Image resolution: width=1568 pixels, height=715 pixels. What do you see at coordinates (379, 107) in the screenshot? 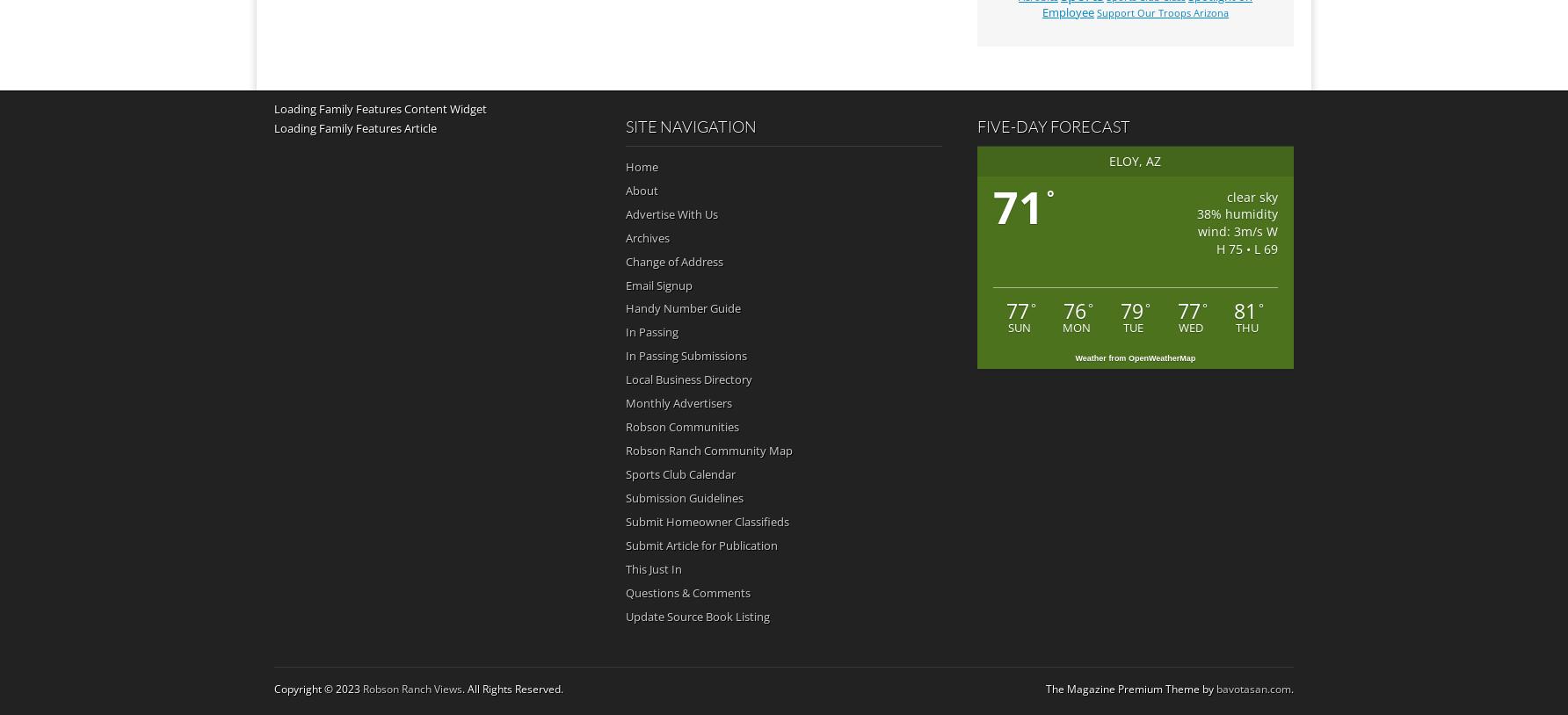
I see `'Loading Family Features Content Widget'` at bounding box center [379, 107].